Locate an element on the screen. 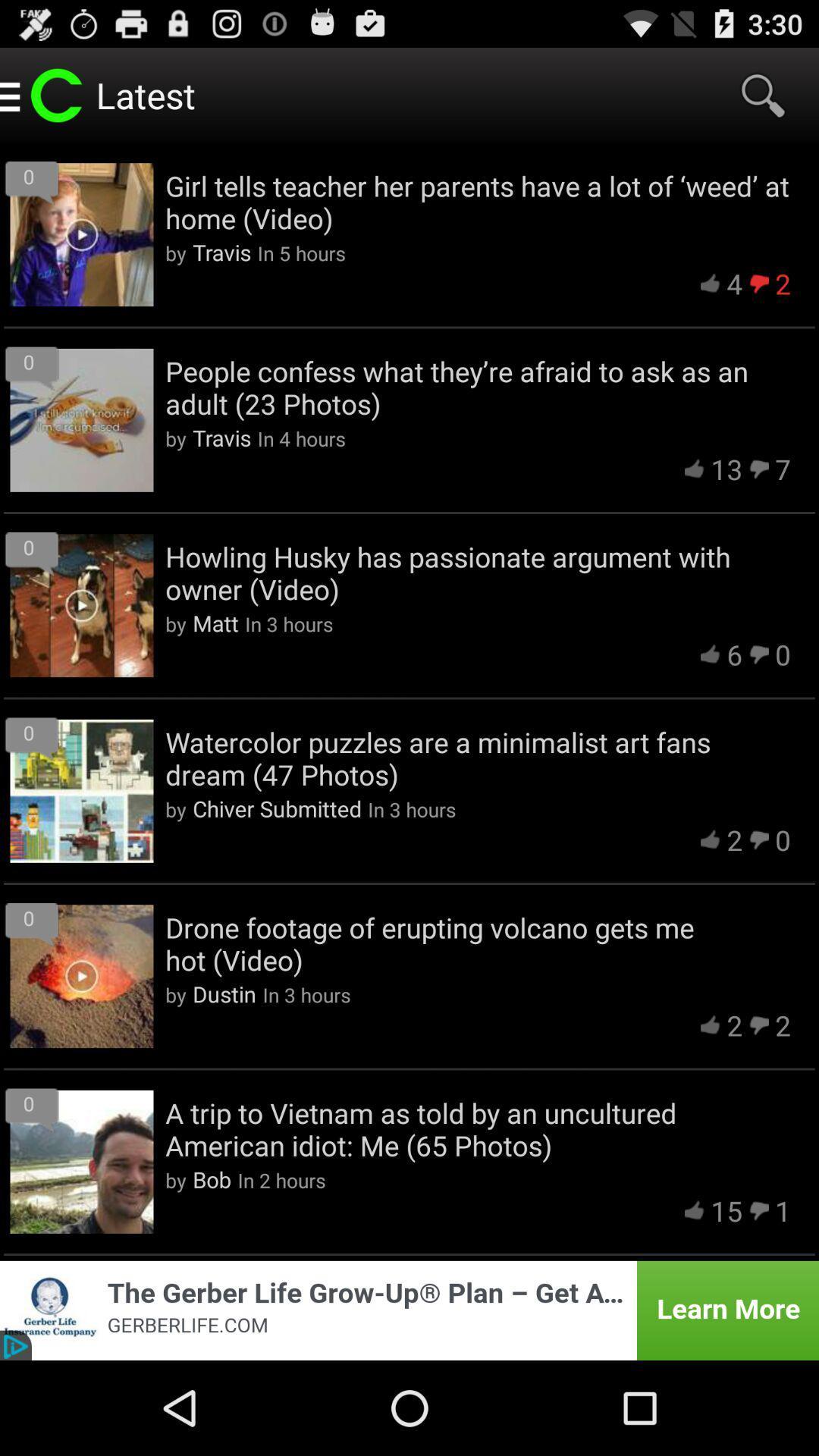  advertisement is located at coordinates (409, 1310).